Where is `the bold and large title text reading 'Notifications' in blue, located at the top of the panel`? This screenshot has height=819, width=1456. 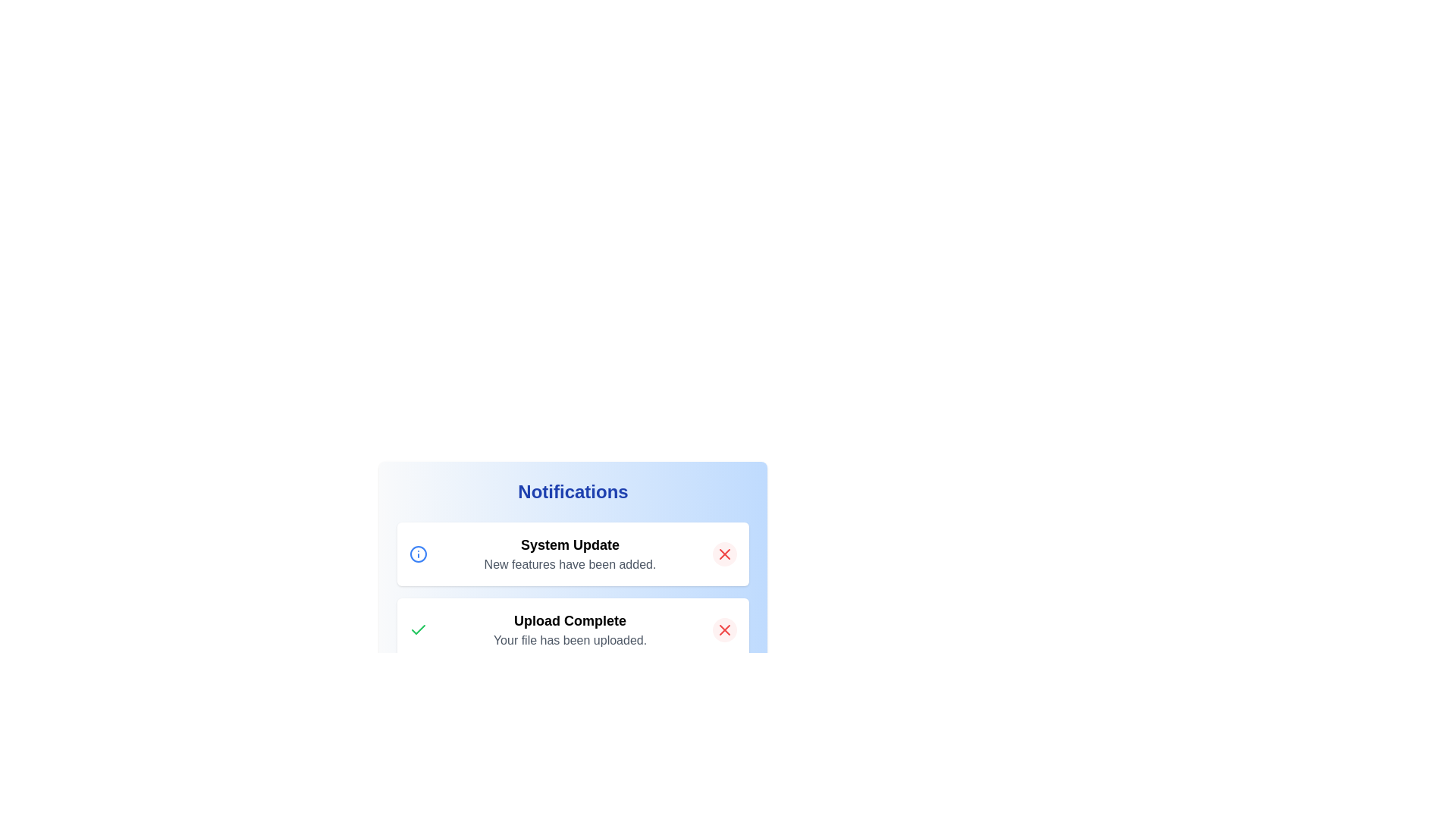
the bold and large title text reading 'Notifications' in blue, located at the top of the panel is located at coordinates (572, 491).